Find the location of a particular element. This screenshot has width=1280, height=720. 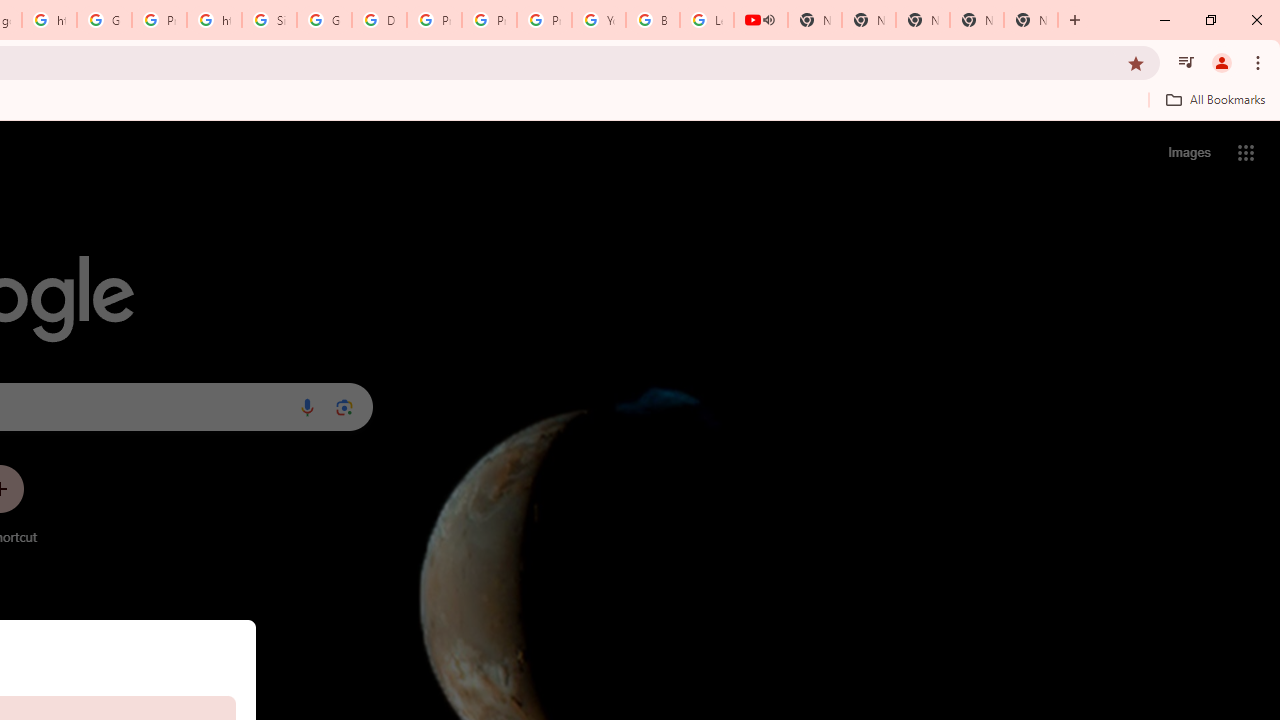

'New Tab' is located at coordinates (1031, 20).